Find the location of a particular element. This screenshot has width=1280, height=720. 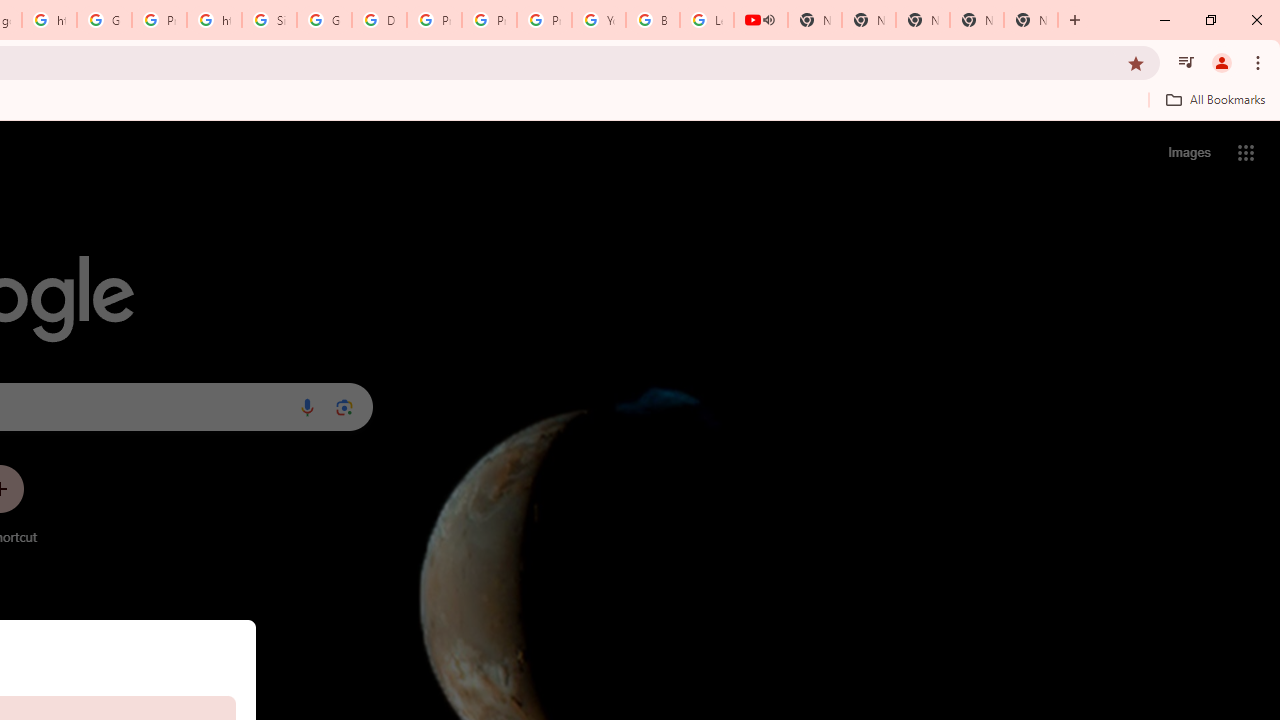

'New Tab' is located at coordinates (1031, 20).